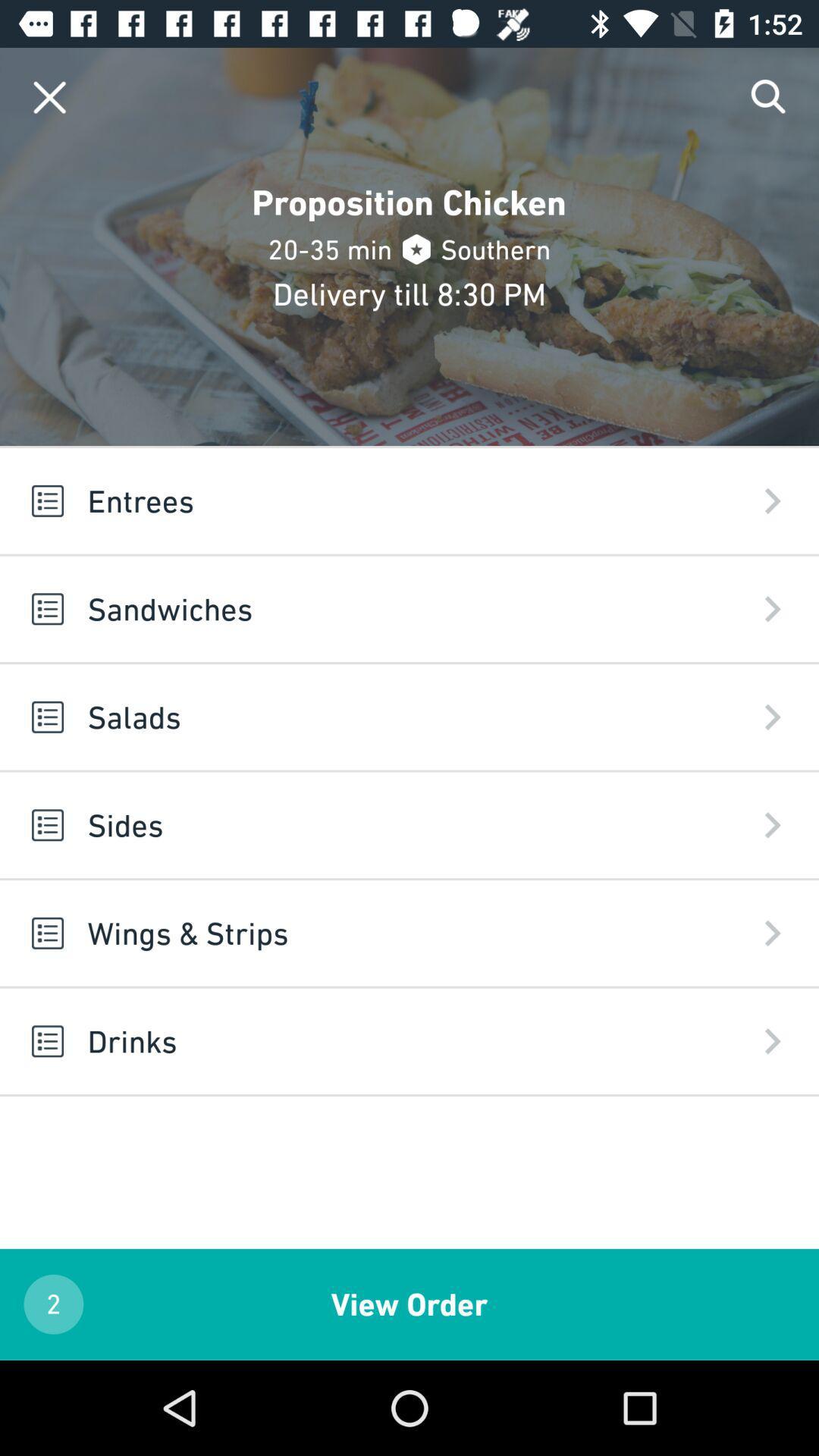 This screenshot has height=1456, width=819. Describe the element at coordinates (49, 96) in the screenshot. I see `result` at that location.